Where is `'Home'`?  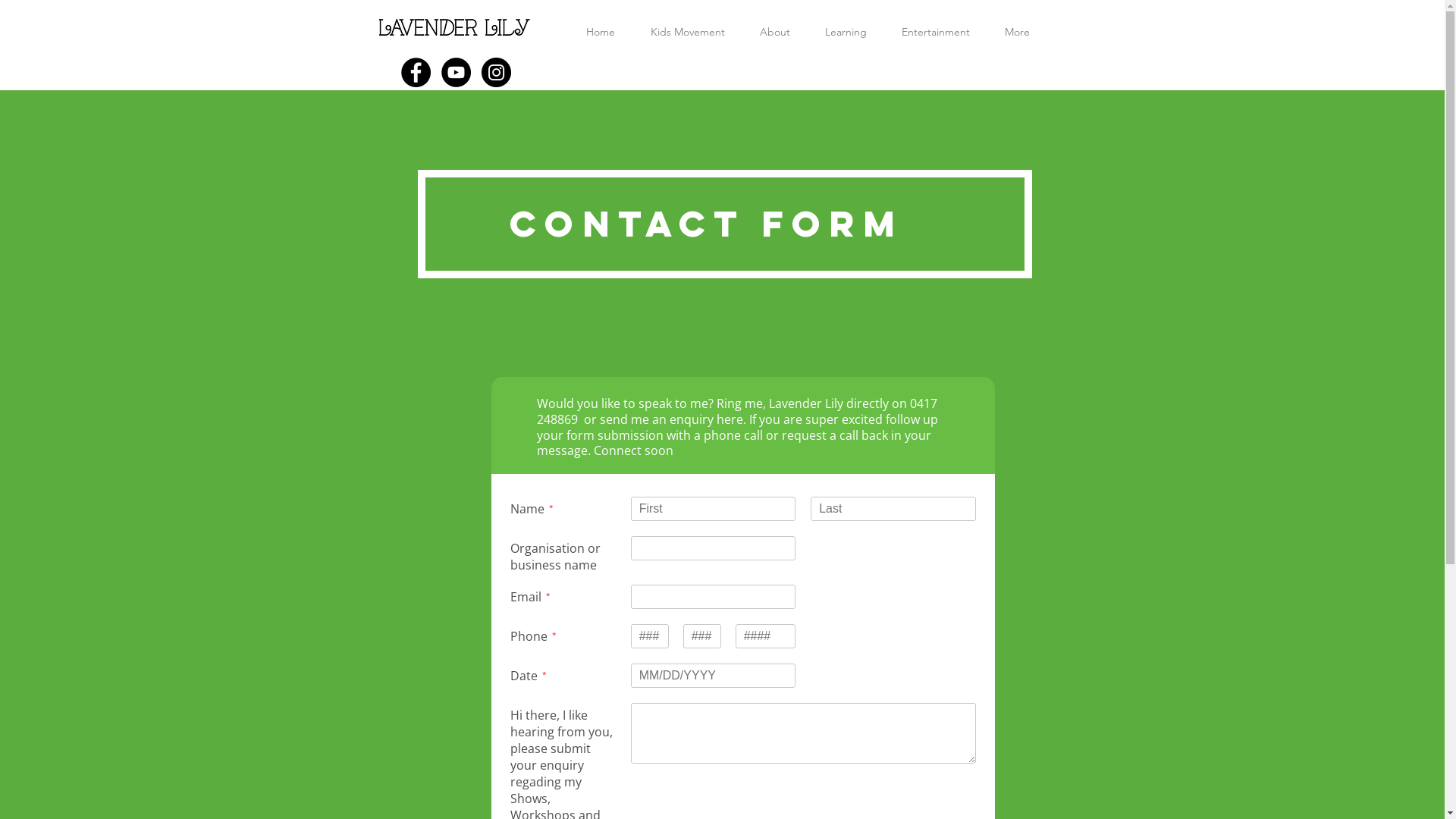
'Home' is located at coordinates (600, 32).